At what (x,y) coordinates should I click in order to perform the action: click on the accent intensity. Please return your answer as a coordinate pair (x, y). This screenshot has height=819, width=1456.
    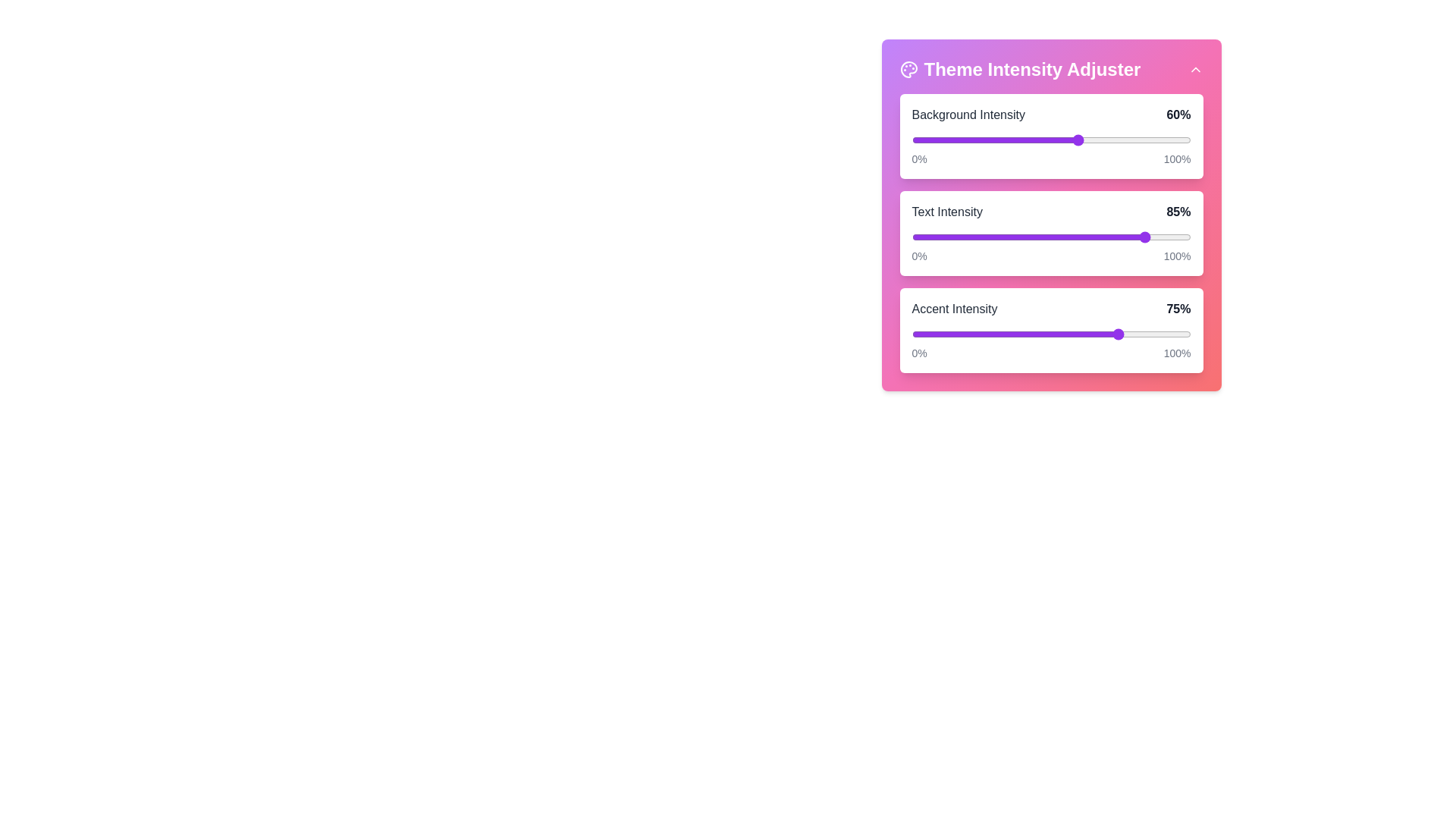
    Looking at the image, I should click on (933, 333).